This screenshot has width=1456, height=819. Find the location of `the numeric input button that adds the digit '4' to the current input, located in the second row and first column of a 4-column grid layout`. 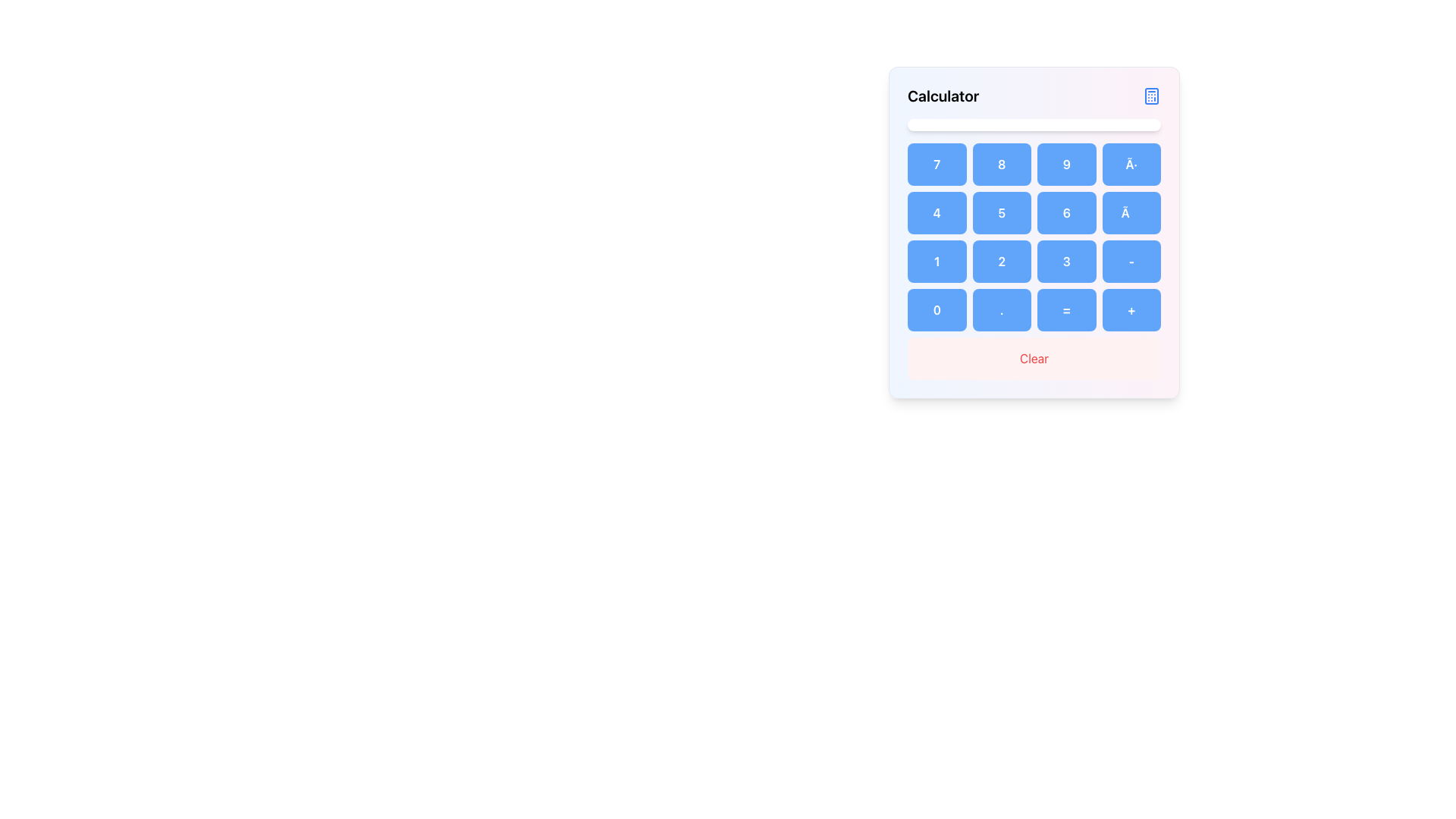

the numeric input button that adds the digit '4' to the current input, located in the second row and first column of a 4-column grid layout is located at coordinates (936, 213).